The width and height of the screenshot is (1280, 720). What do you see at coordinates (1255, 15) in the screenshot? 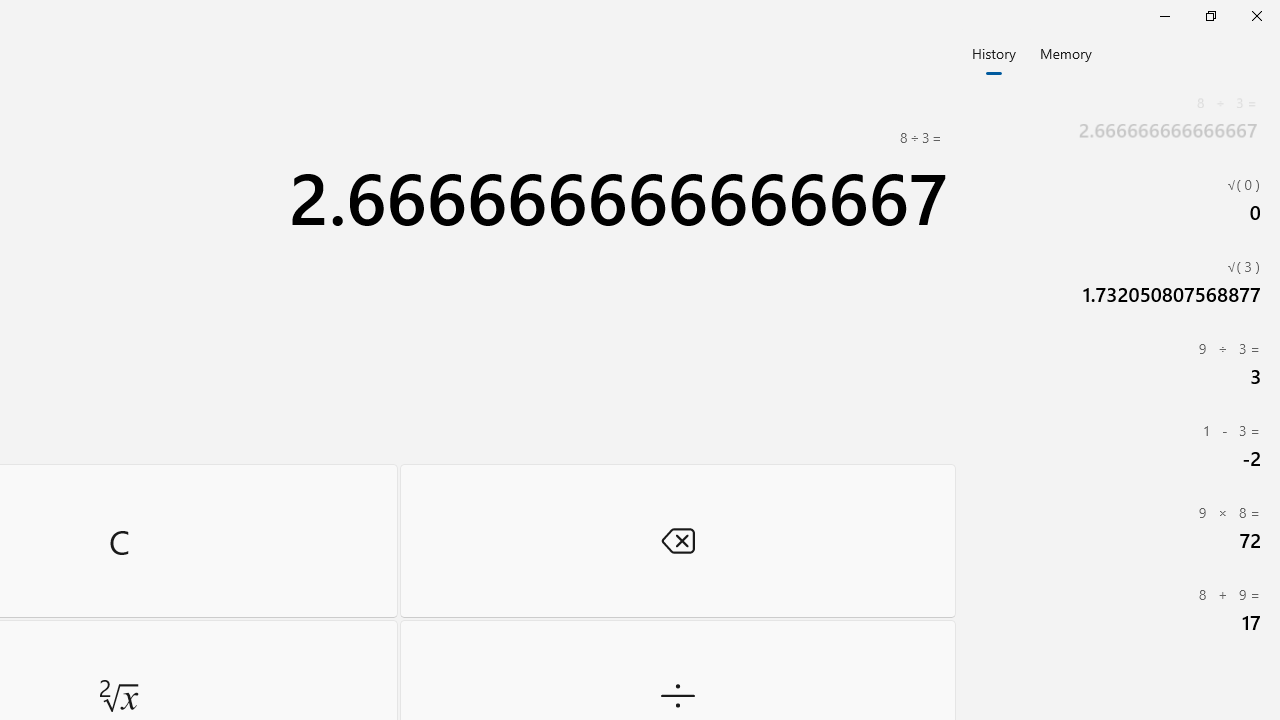
I see `'Close Calculator'` at bounding box center [1255, 15].